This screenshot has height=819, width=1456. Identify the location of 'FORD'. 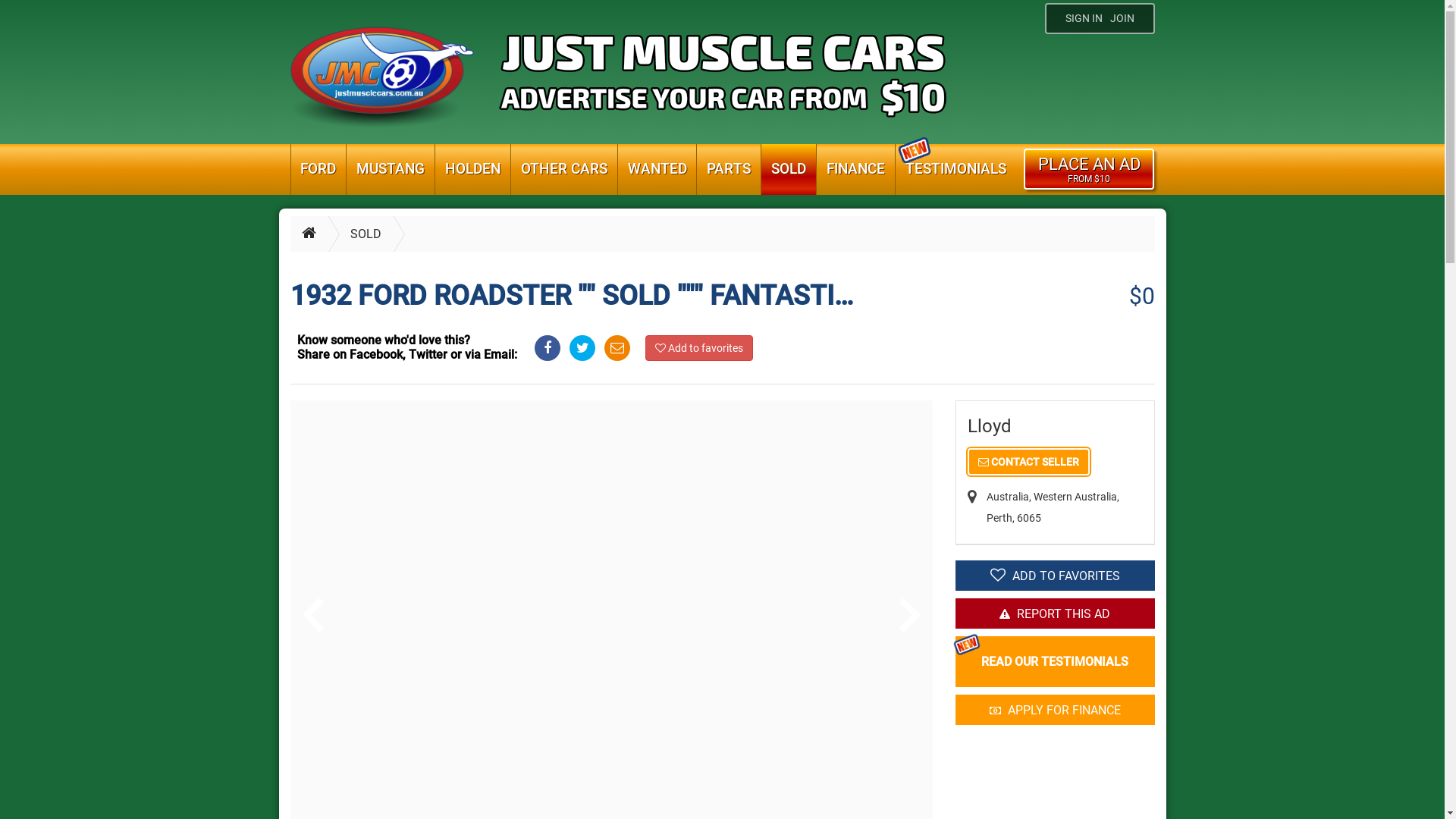
(291, 169).